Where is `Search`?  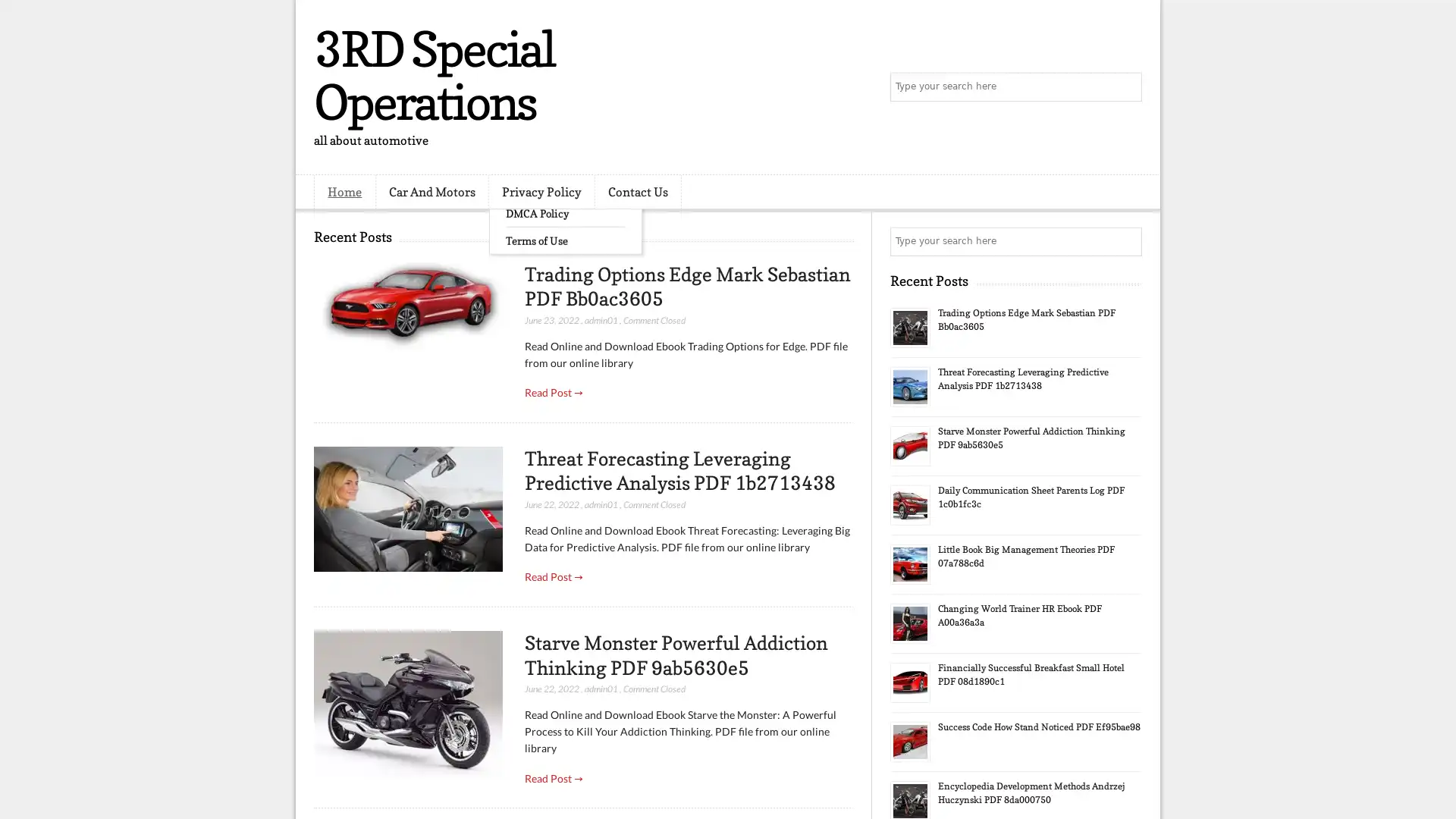
Search is located at coordinates (1126, 241).